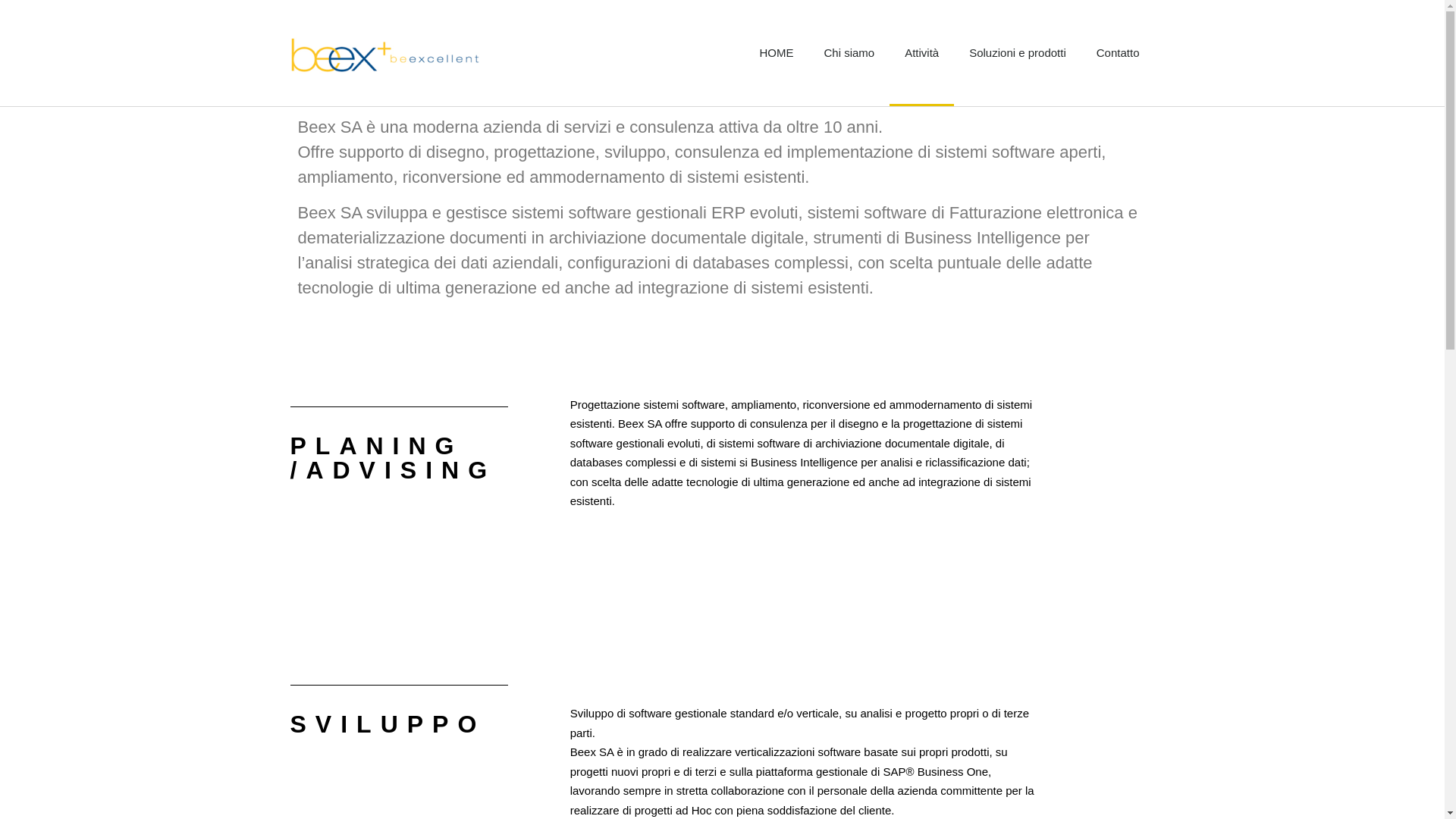 The image size is (1456, 819). What do you see at coordinates (848, 52) in the screenshot?
I see `'Chi siamo'` at bounding box center [848, 52].